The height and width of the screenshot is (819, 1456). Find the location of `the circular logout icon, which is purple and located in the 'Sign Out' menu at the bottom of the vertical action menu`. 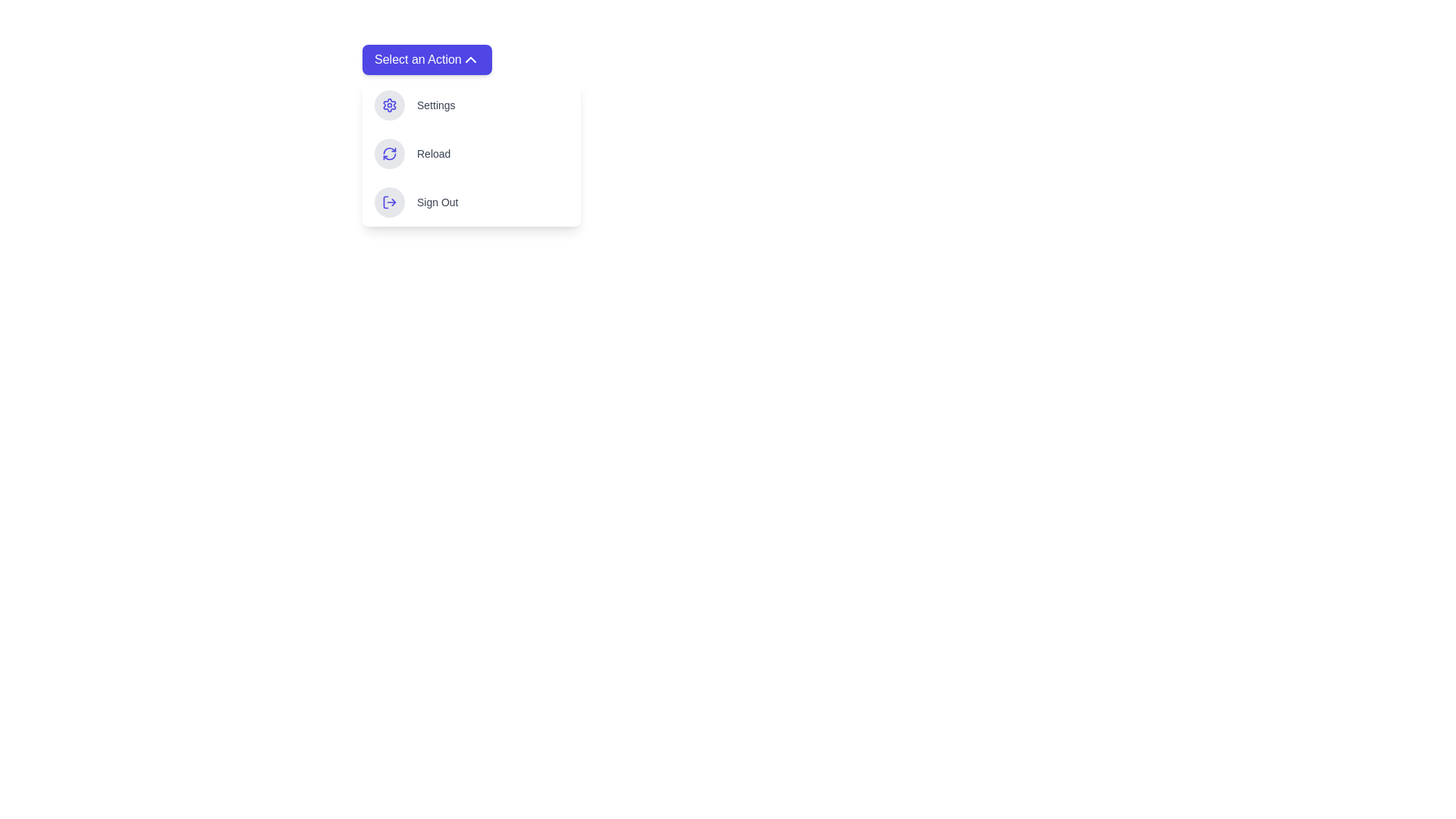

the circular logout icon, which is purple and located in the 'Sign Out' menu at the bottom of the vertical action menu is located at coordinates (389, 201).